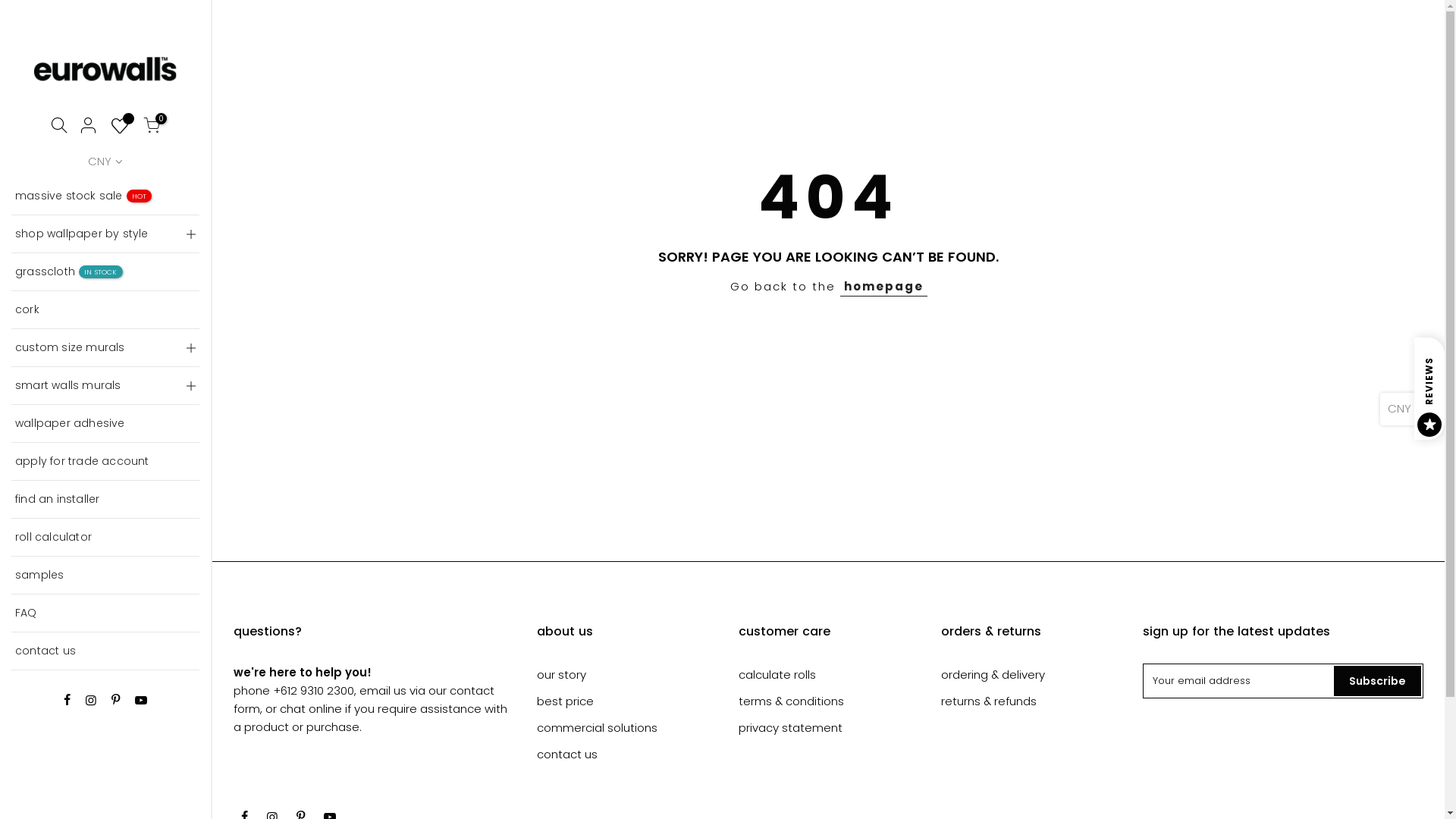 This screenshot has width=1456, height=819. What do you see at coordinates (105, 537) in the screenshot?
I see `'roll calculator'` at bounding box center [105, 537].